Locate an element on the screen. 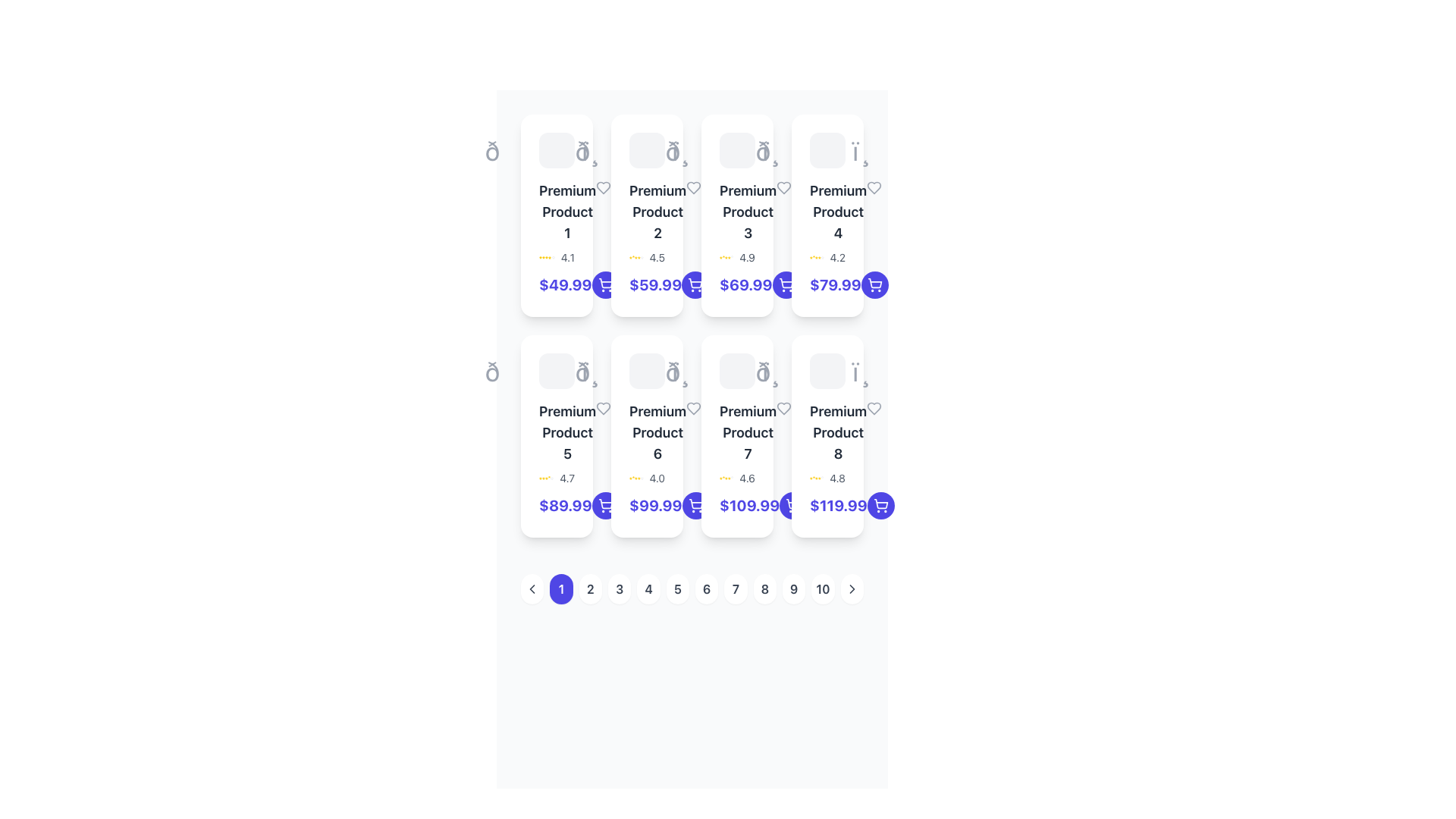 This screenshot has width=1456, height=819. the Product information card titled 'Premium Product 6' located in the second row and third column of the grid layout is located at coordinates (647, 436).